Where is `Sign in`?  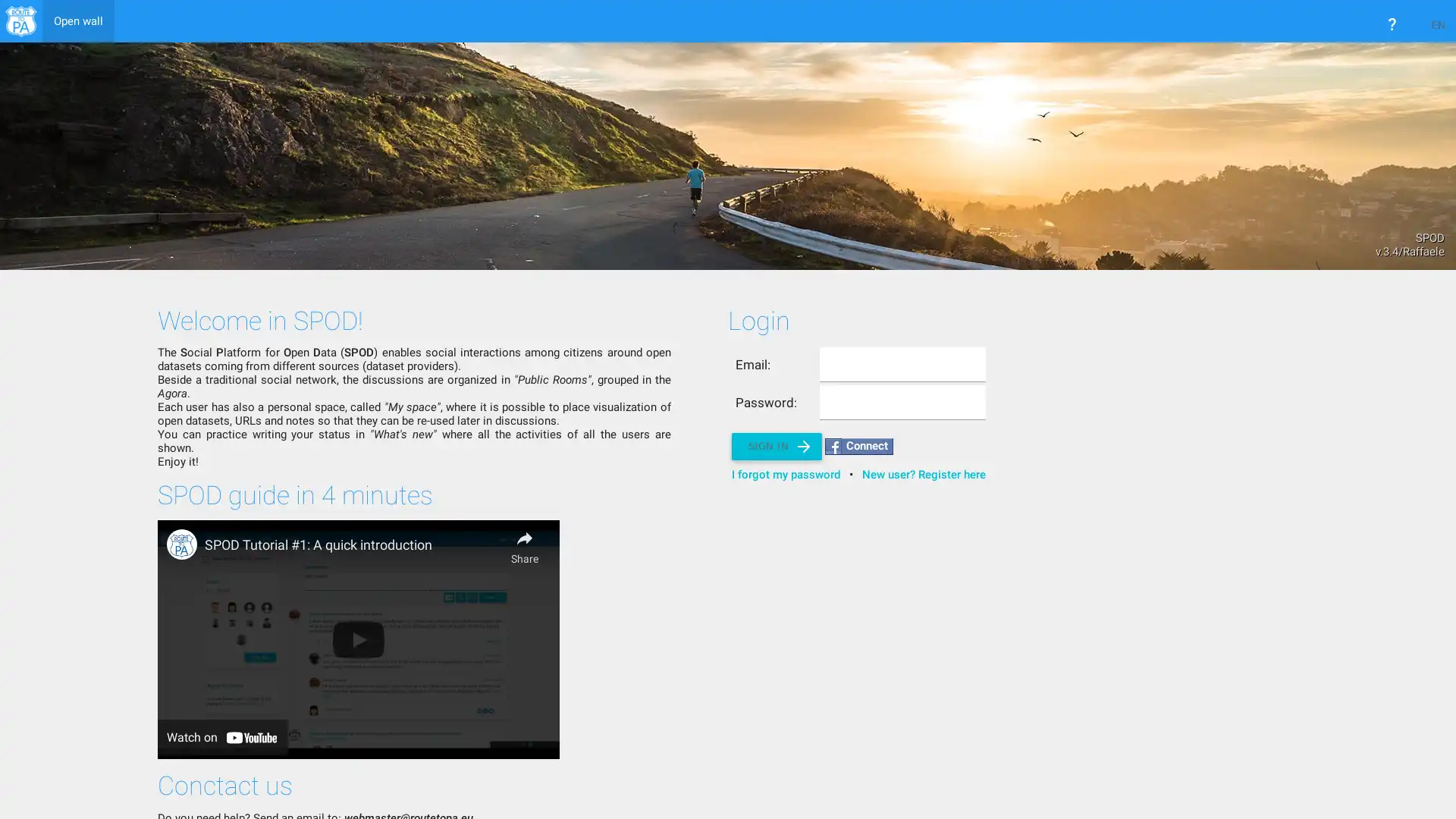
Sign in is located at coordinates (776, 446).